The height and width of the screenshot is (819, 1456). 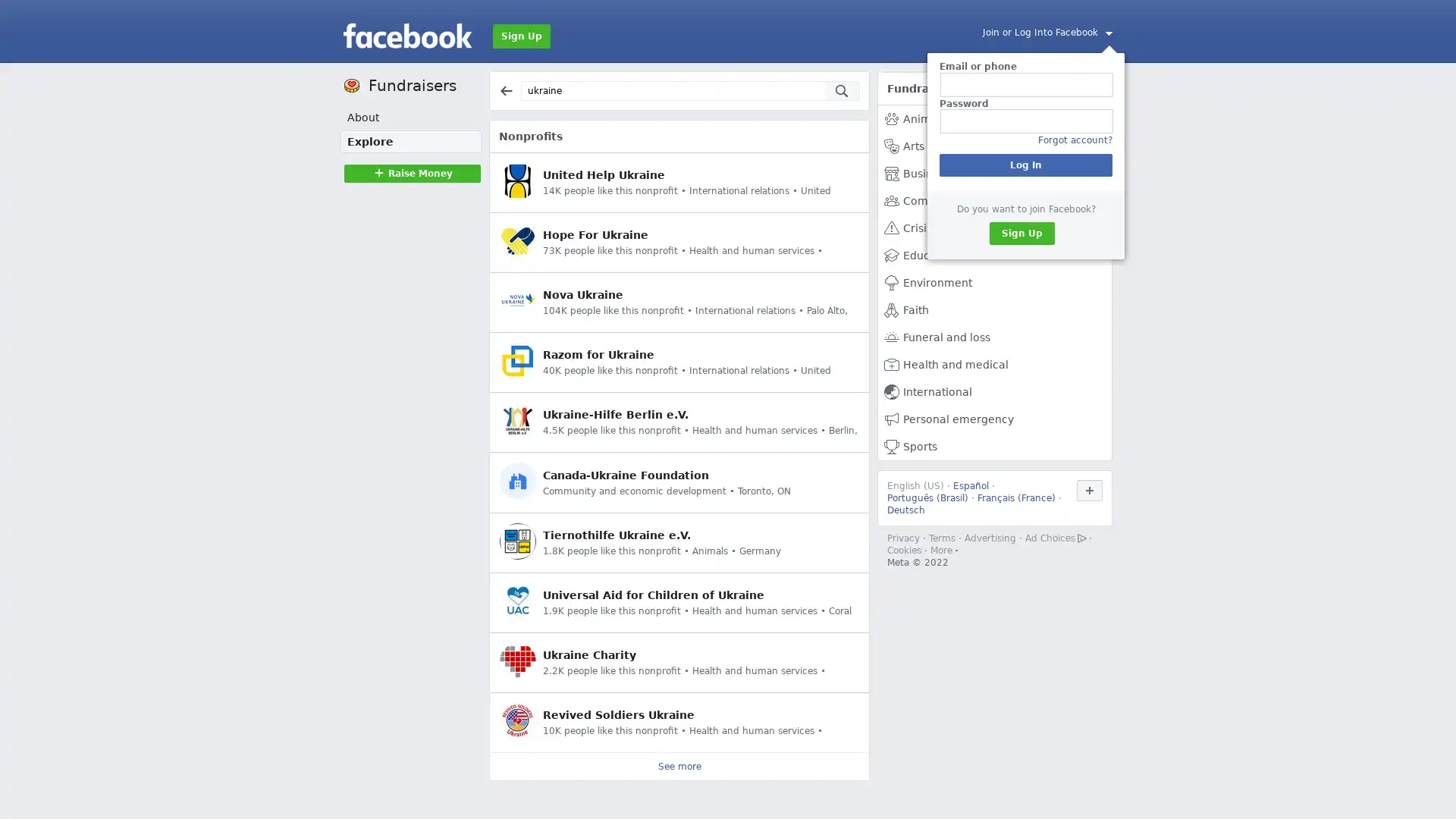 I want to click on Use Facebook in another language., so click(x=1088, y=491).